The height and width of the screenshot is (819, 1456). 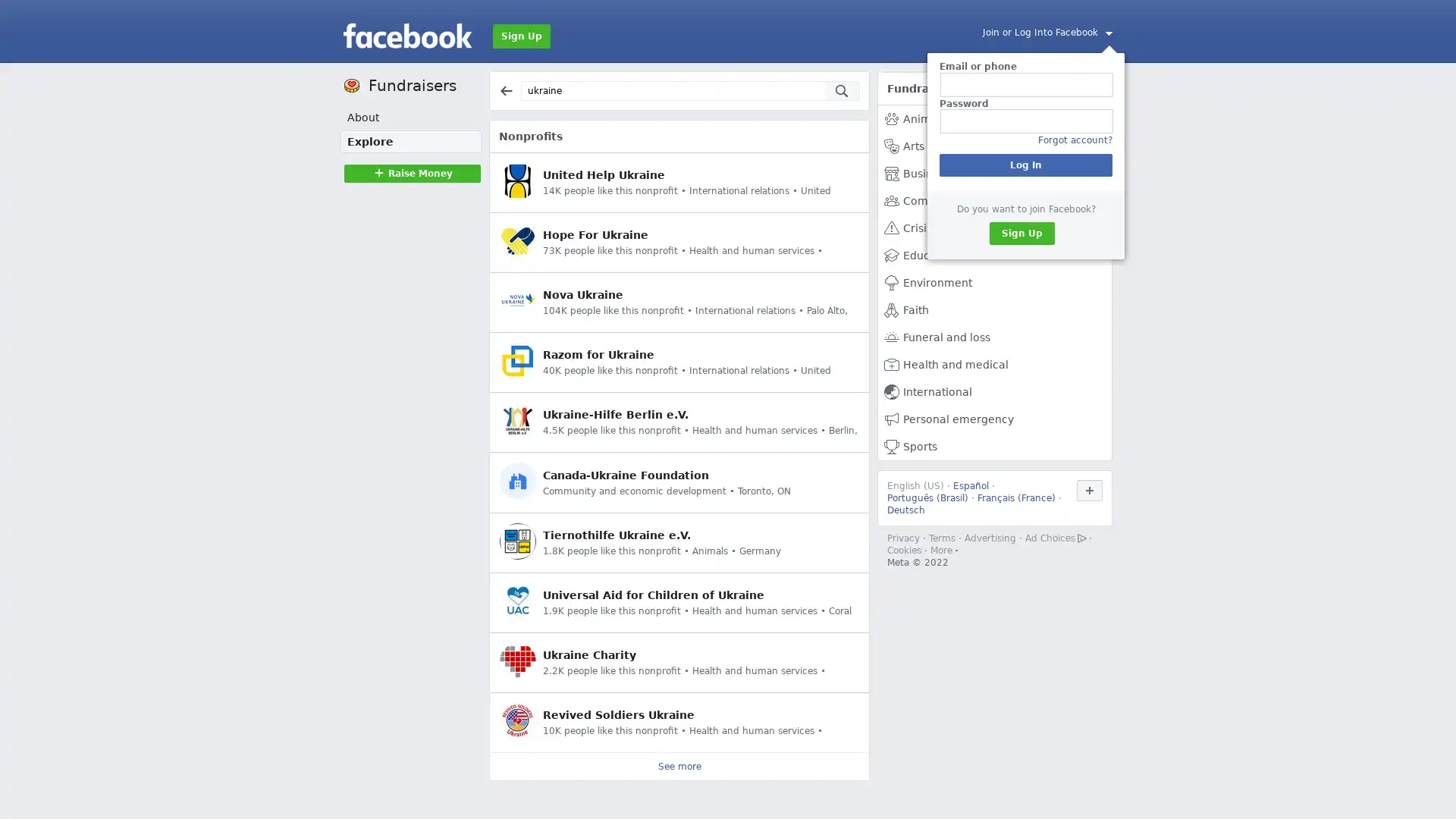 I want to click on Use Facebook in another language., so click(x=1088, y=491).